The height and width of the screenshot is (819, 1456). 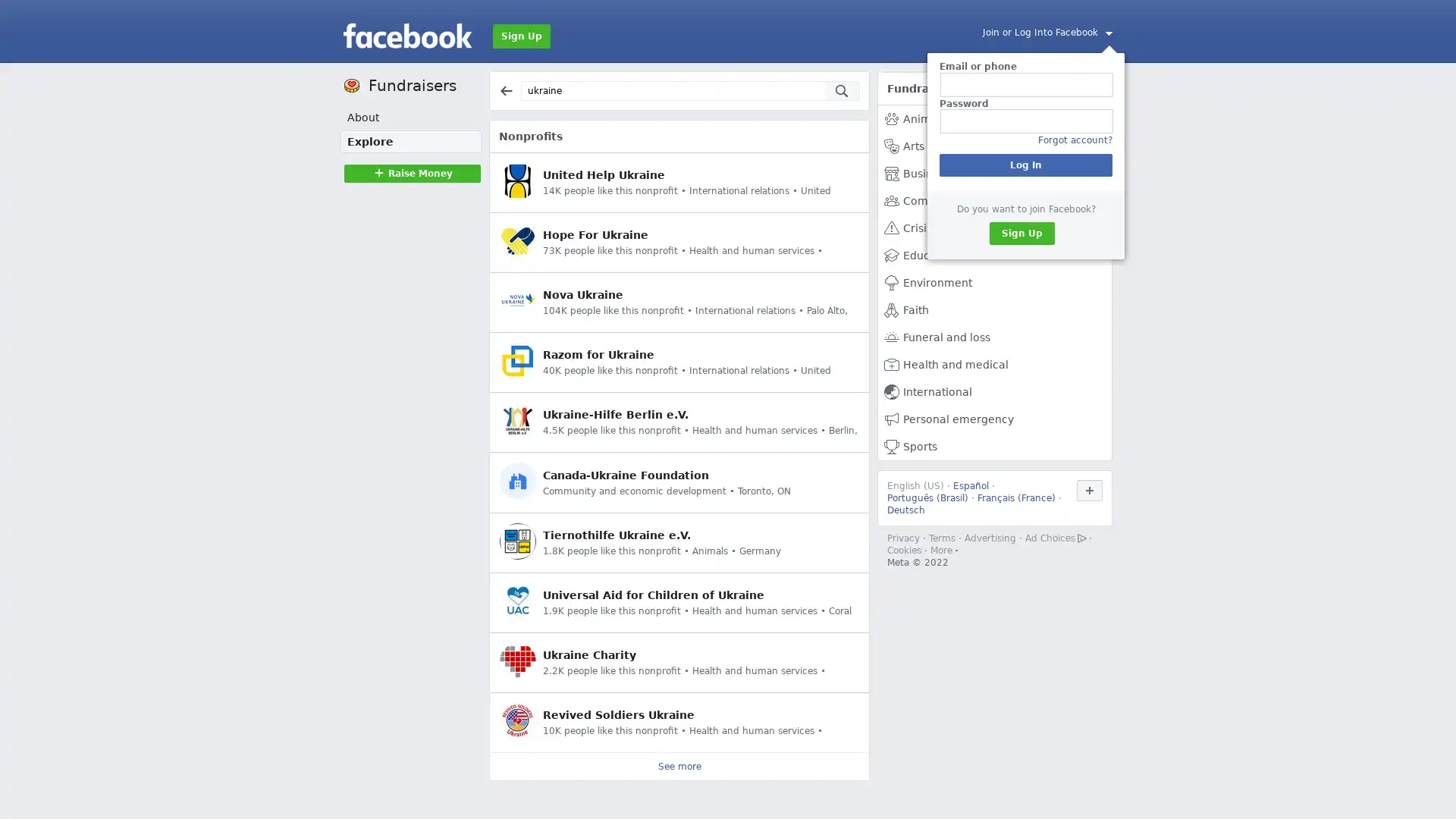 I want to click on Use Facebook in another language., so click(x=1088, y=491).